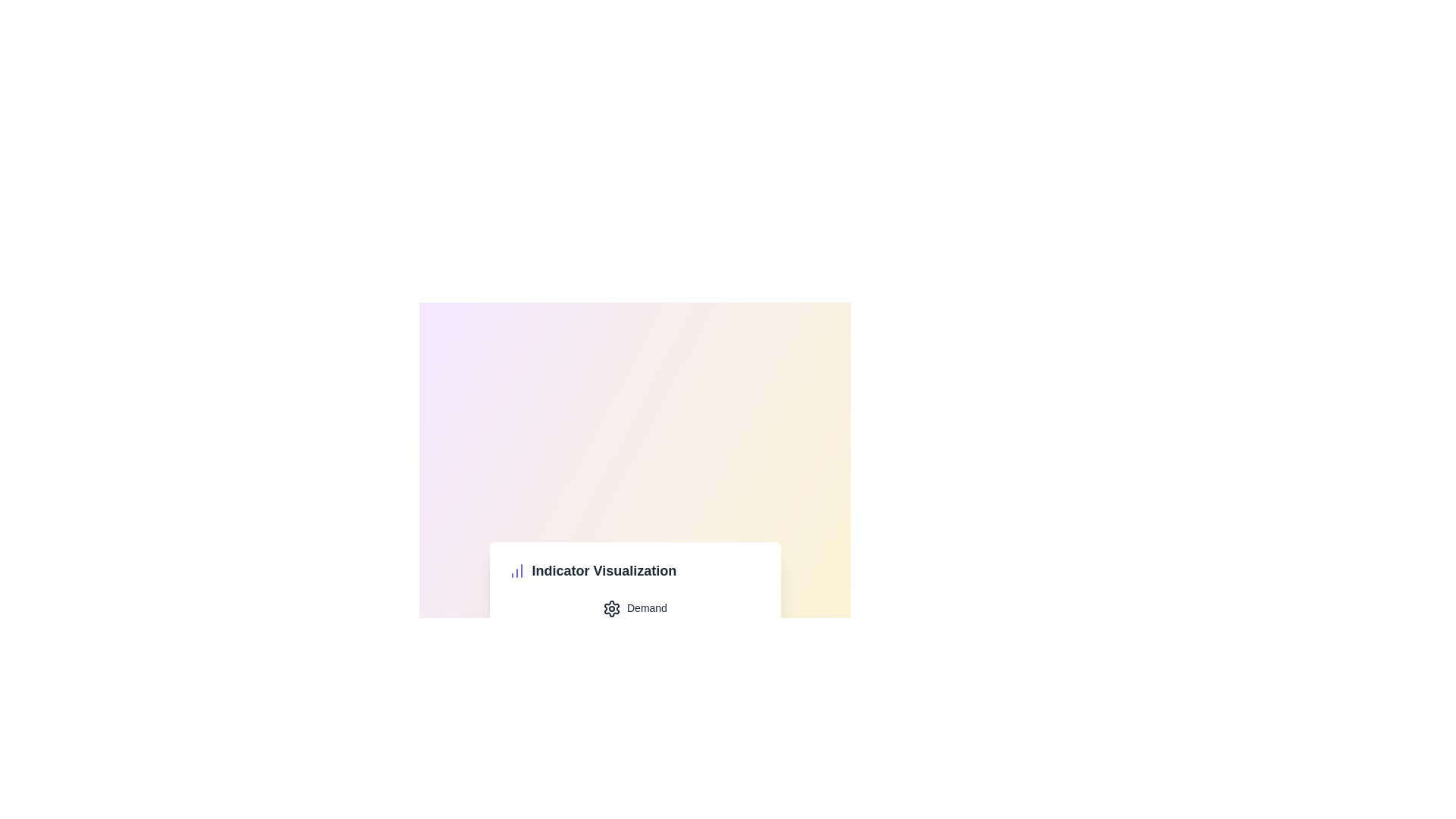 The height and width of the screenshot is (819, 1456). I want to click on the slider to set the value to 44, so click(732, 629).